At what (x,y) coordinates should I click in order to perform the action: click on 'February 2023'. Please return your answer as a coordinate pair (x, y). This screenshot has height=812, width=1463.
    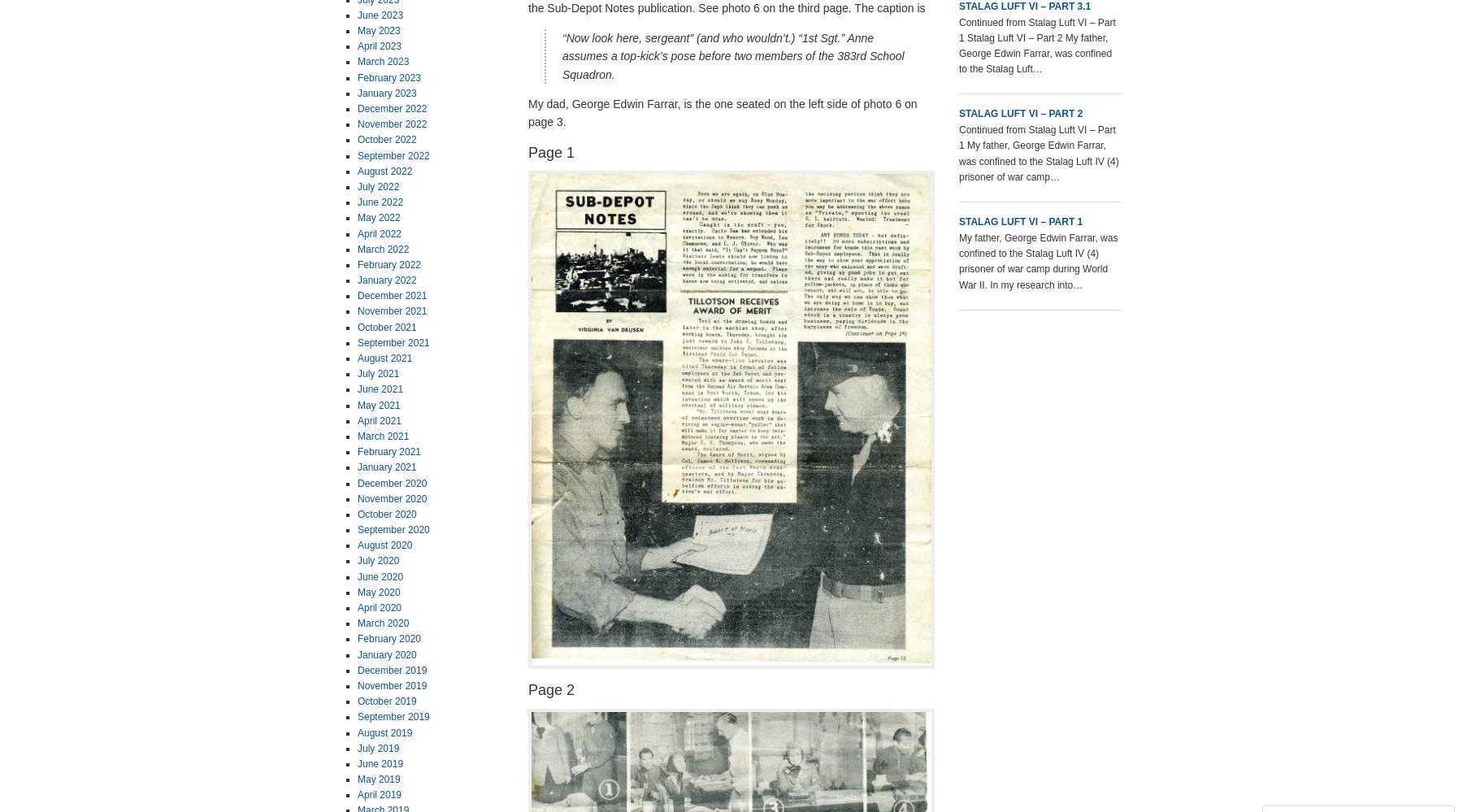
    Looking at the image, I should click on (388, 76).